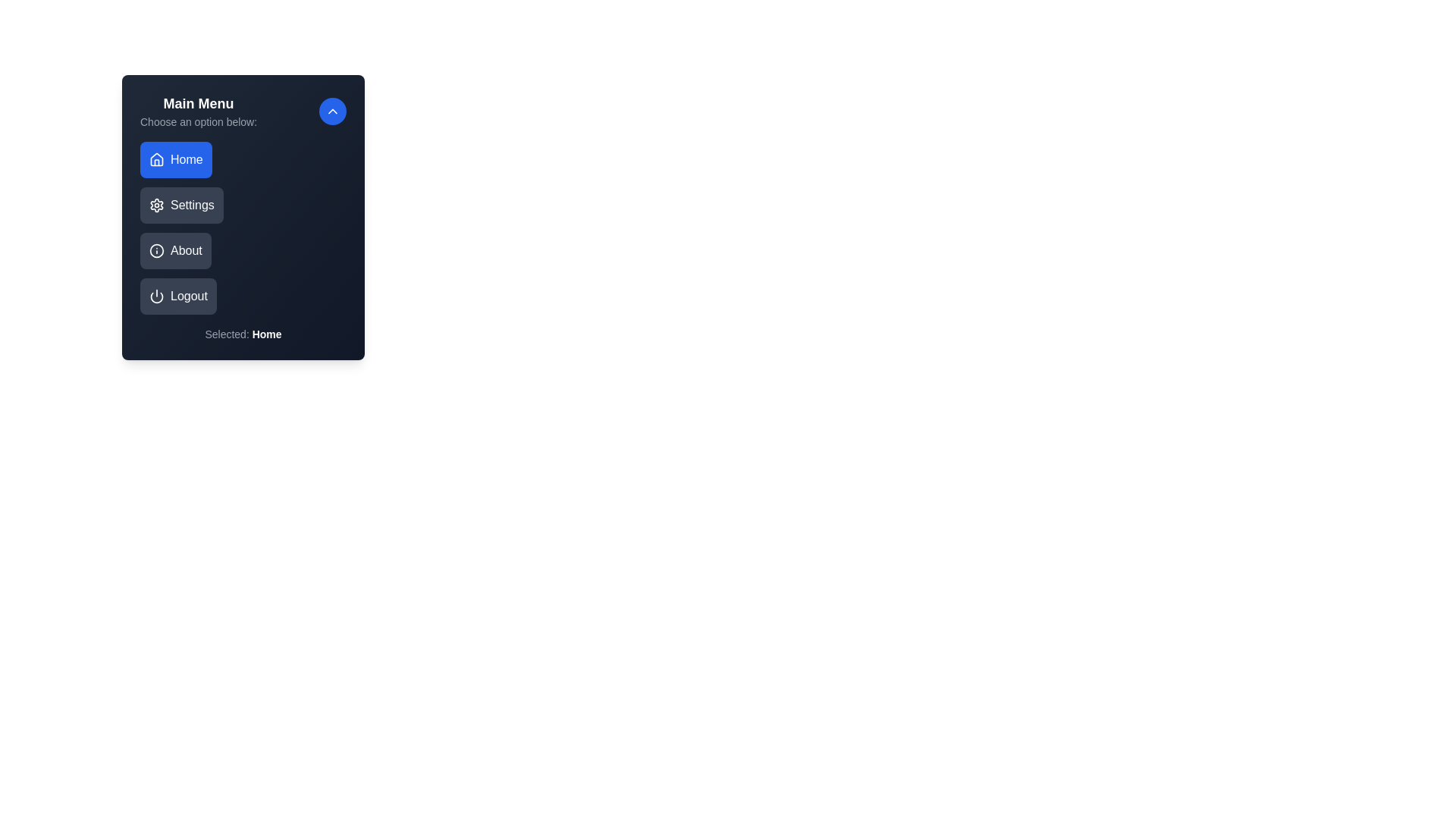 The image size is (1456, 819). What do you see at coordinates (175, 160) in the screenshot?
I see `the 'Home' button with a blue background and house-shaped icon in the 'Main Menu' panel` at bounding box center [175, 160].